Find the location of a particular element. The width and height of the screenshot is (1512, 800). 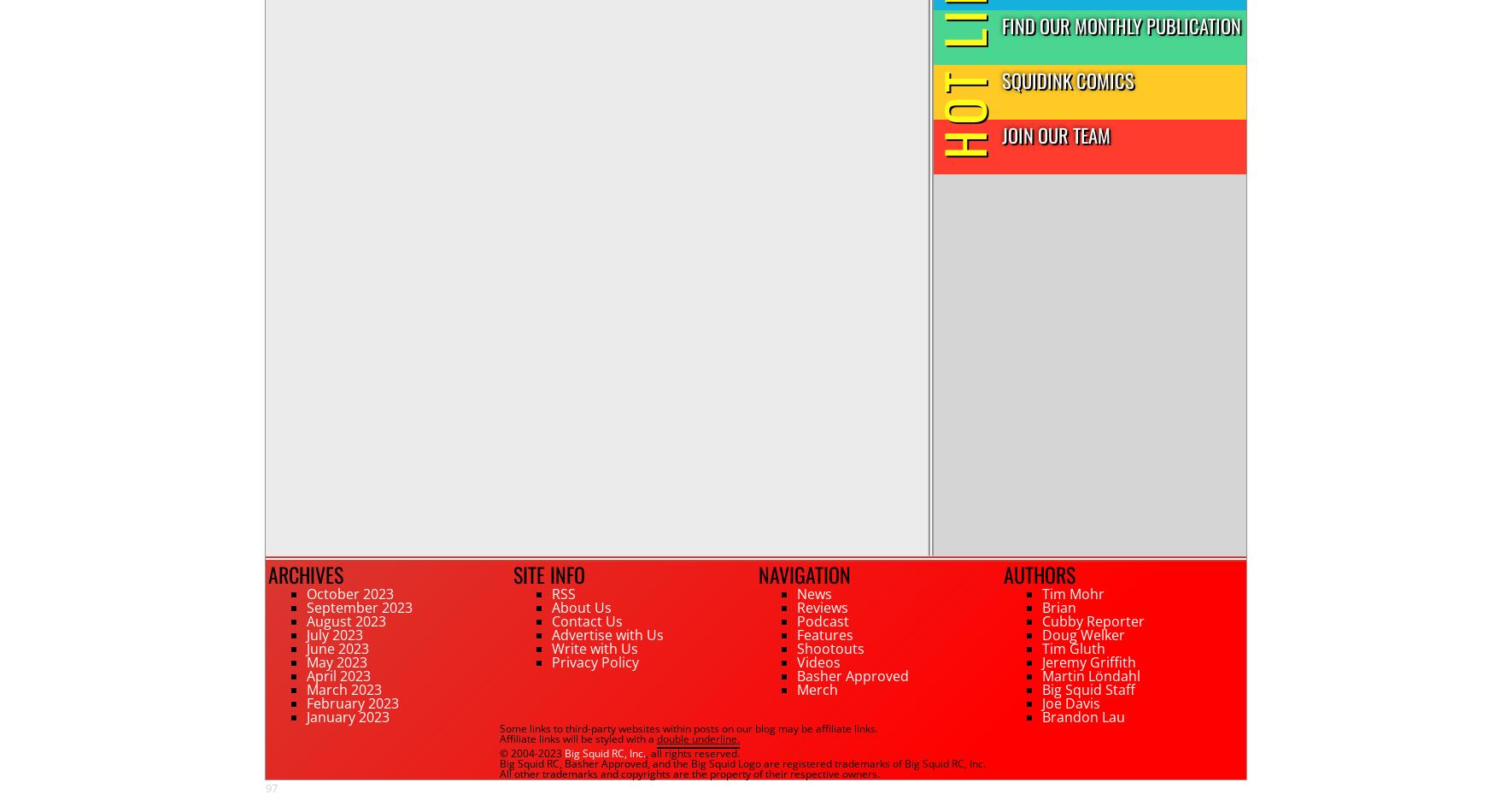

'Videos' is located at coordinates (818, 662).